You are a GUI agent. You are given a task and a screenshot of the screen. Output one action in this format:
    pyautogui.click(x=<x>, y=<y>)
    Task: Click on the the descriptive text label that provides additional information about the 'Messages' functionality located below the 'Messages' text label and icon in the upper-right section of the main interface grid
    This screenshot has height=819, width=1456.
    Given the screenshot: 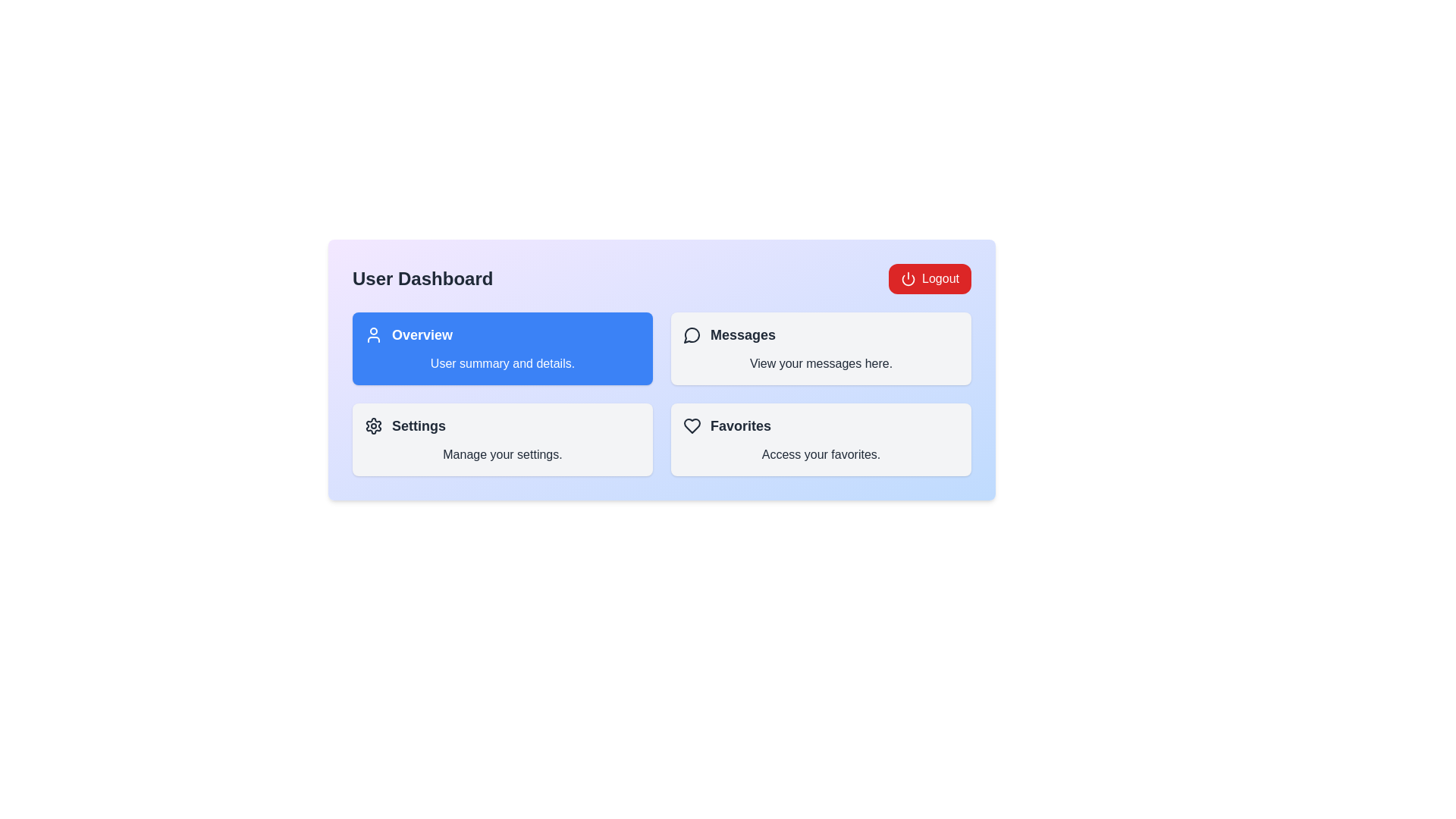 What is the action you would take?
    pyautogui.click(x=821, y=363)
    